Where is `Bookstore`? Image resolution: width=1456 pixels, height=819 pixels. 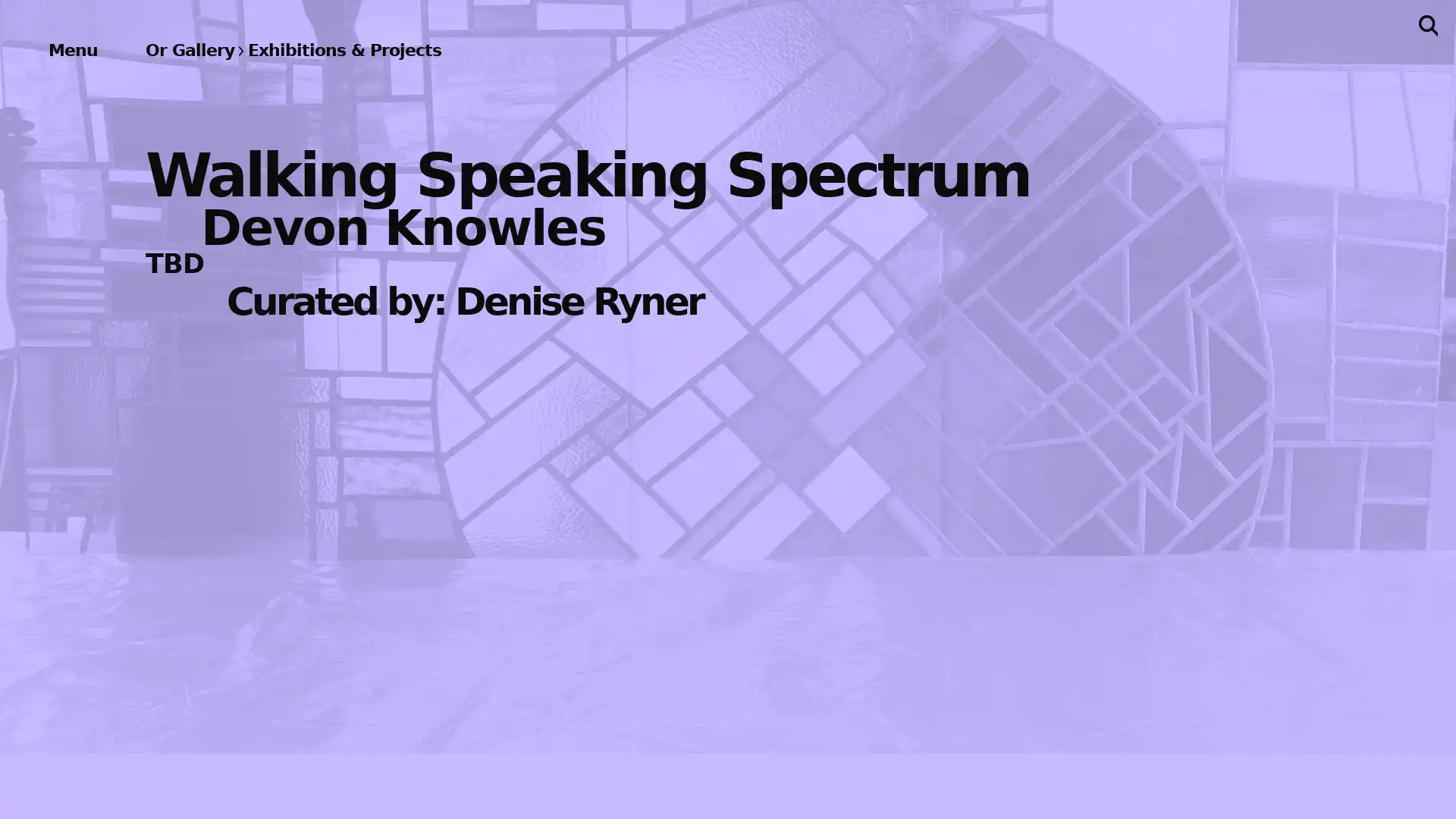 Bookstore is located at coordinates (329, 428).